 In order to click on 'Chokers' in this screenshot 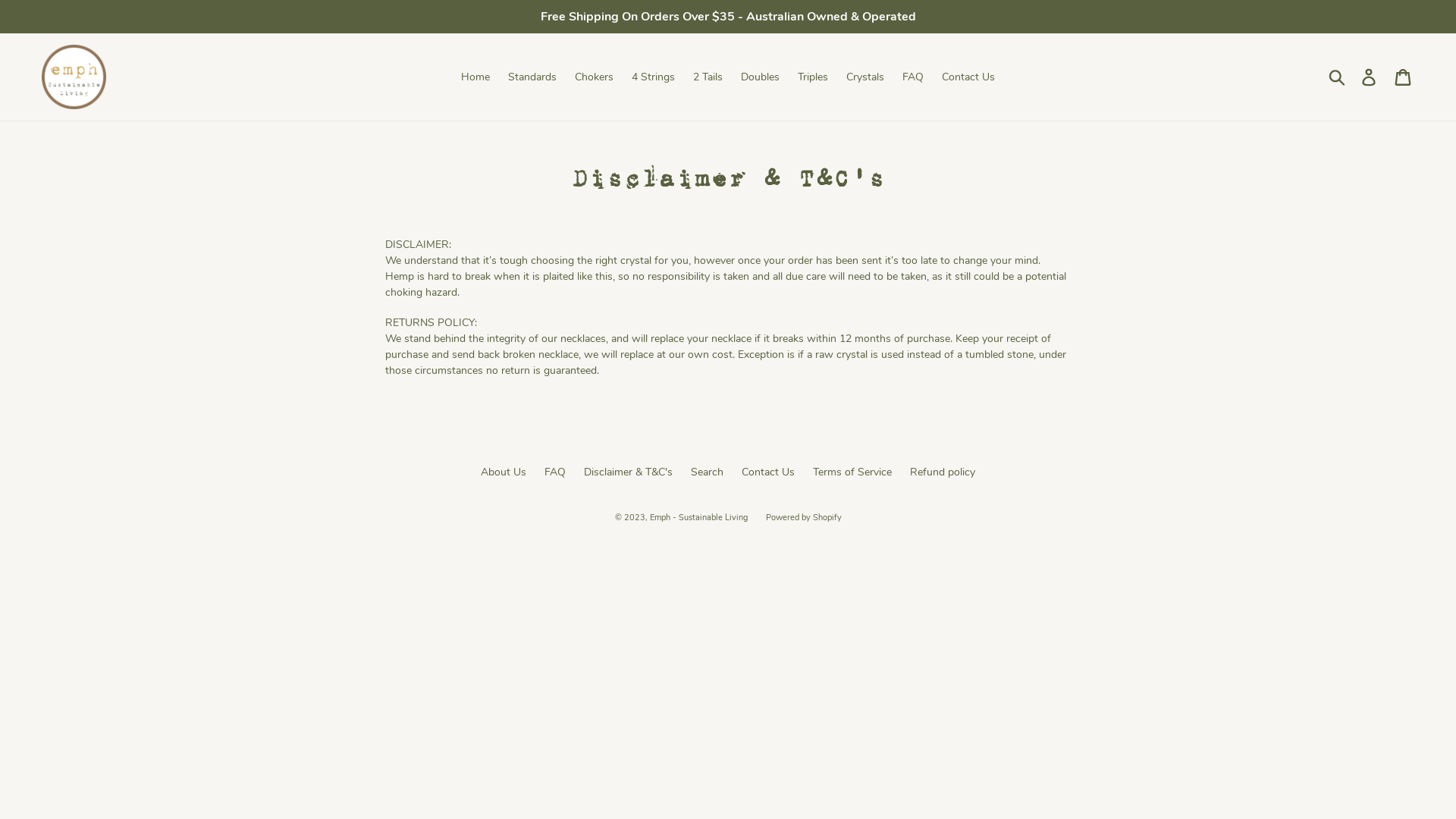, I will do `click(593, 77)`.